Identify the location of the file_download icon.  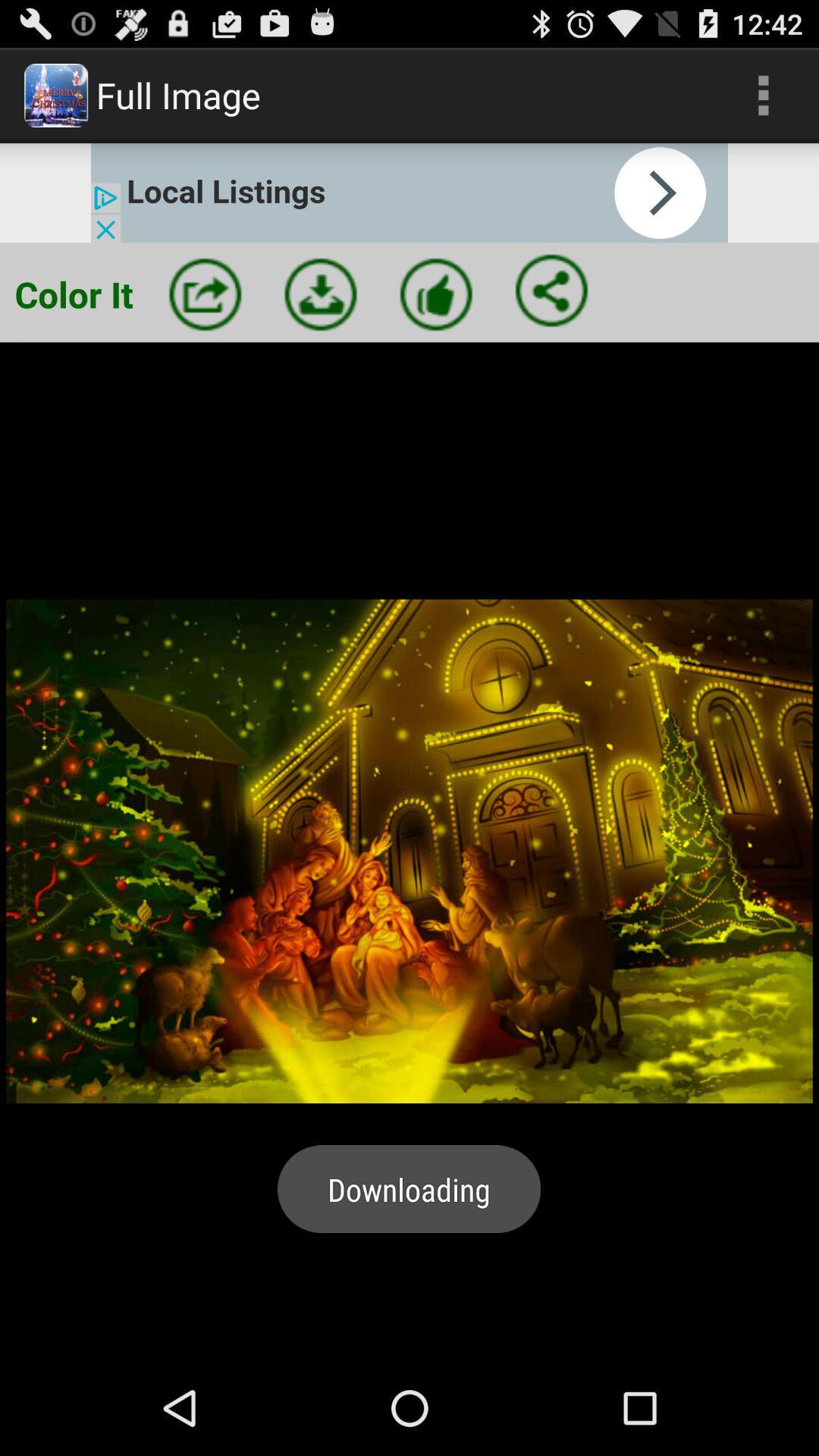
(320, 314).